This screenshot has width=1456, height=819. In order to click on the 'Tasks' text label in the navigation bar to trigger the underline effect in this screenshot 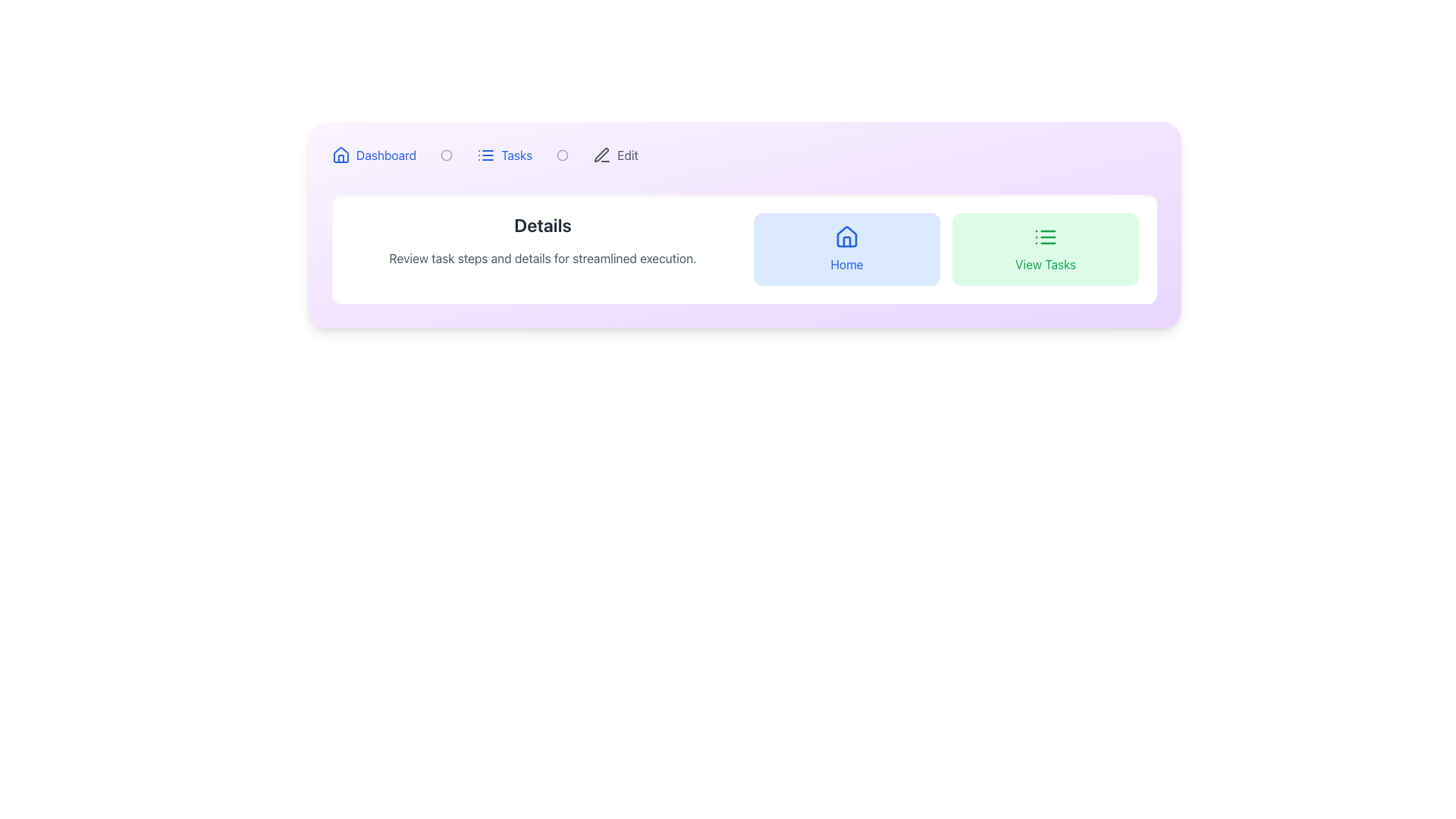, I will do `click(516, 155)`.